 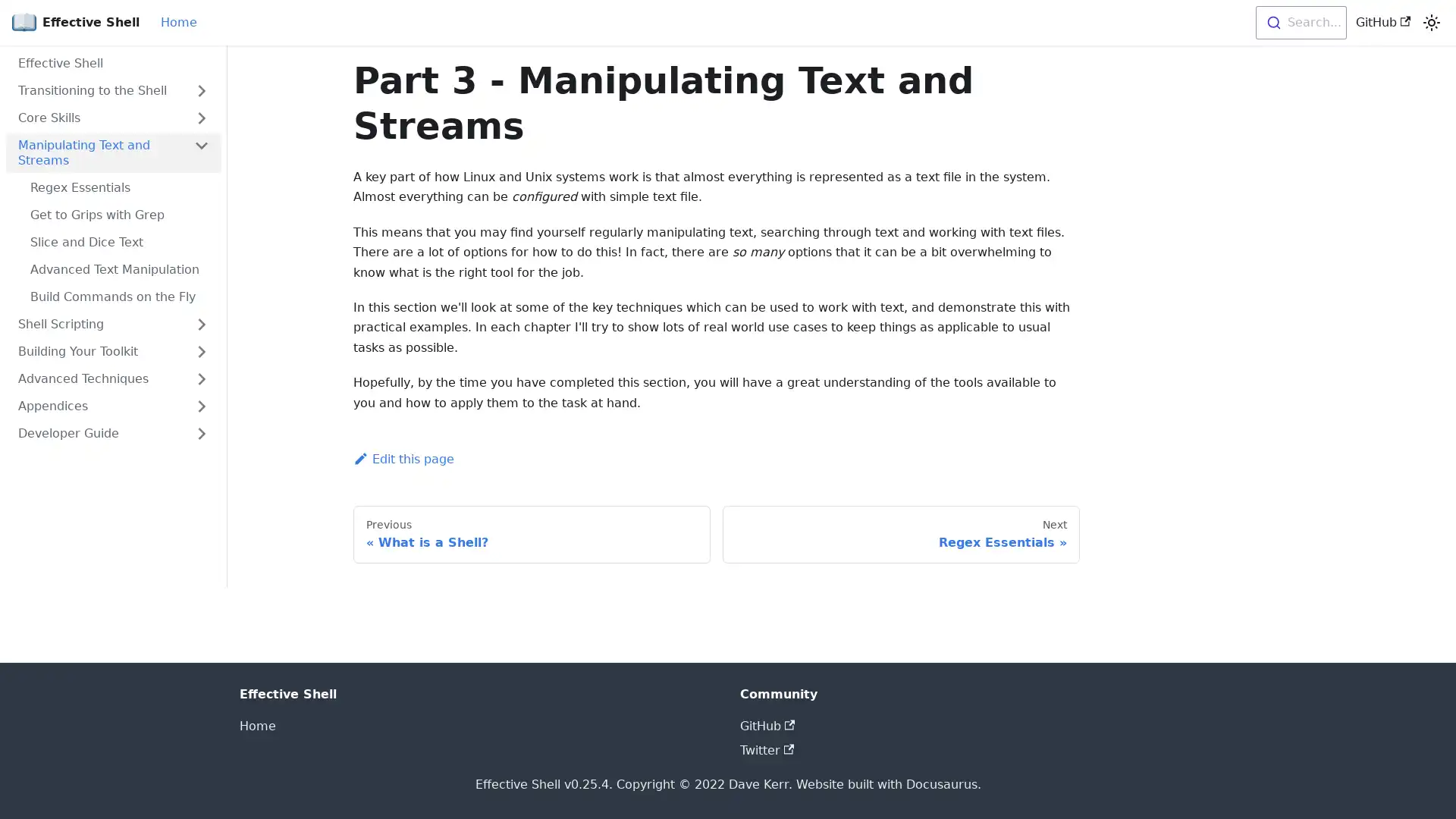 I want to click on Search..., so click(x=1299, y=23).